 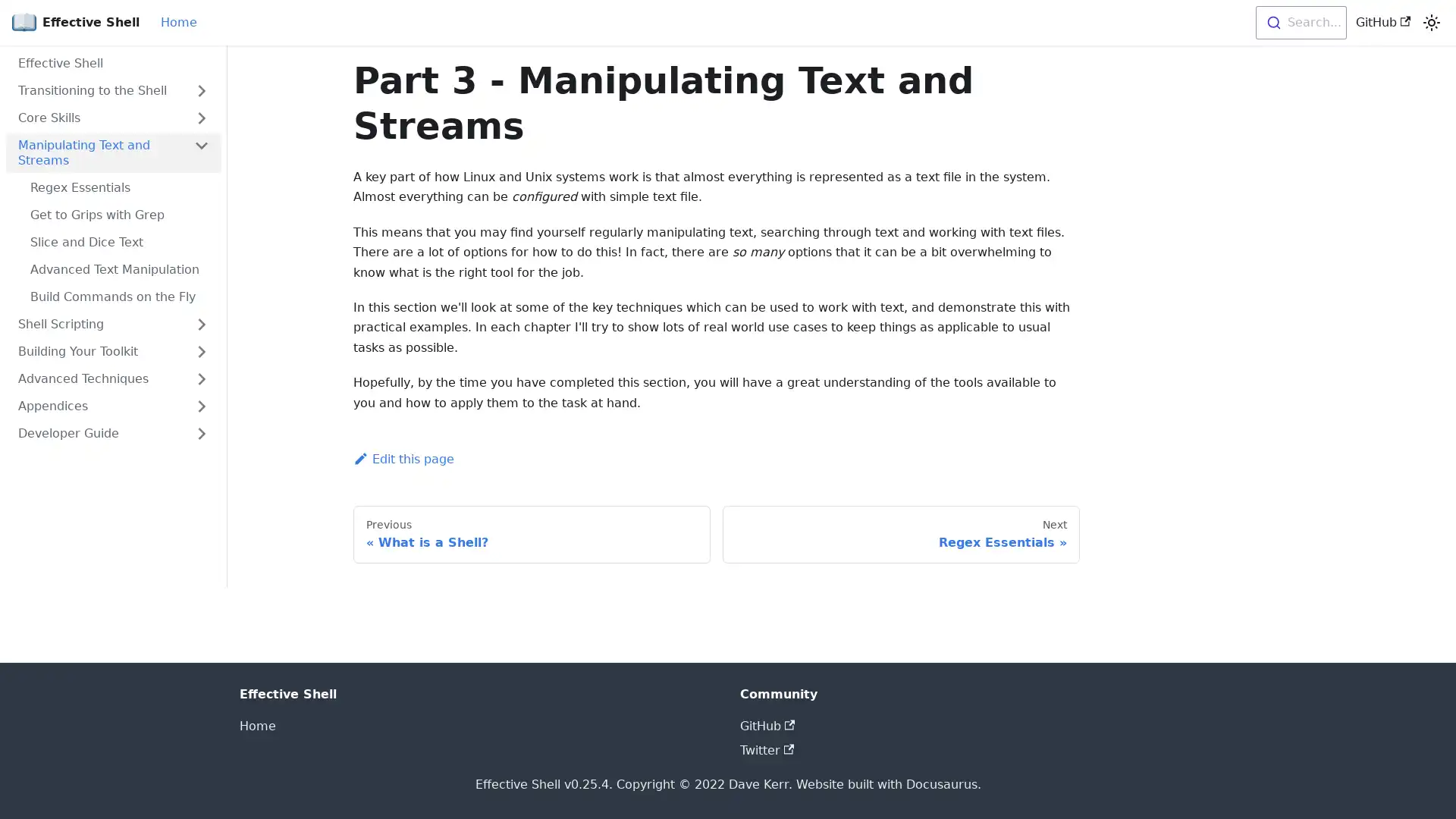 I want to click on Search..., so click(x=1299, y=23).